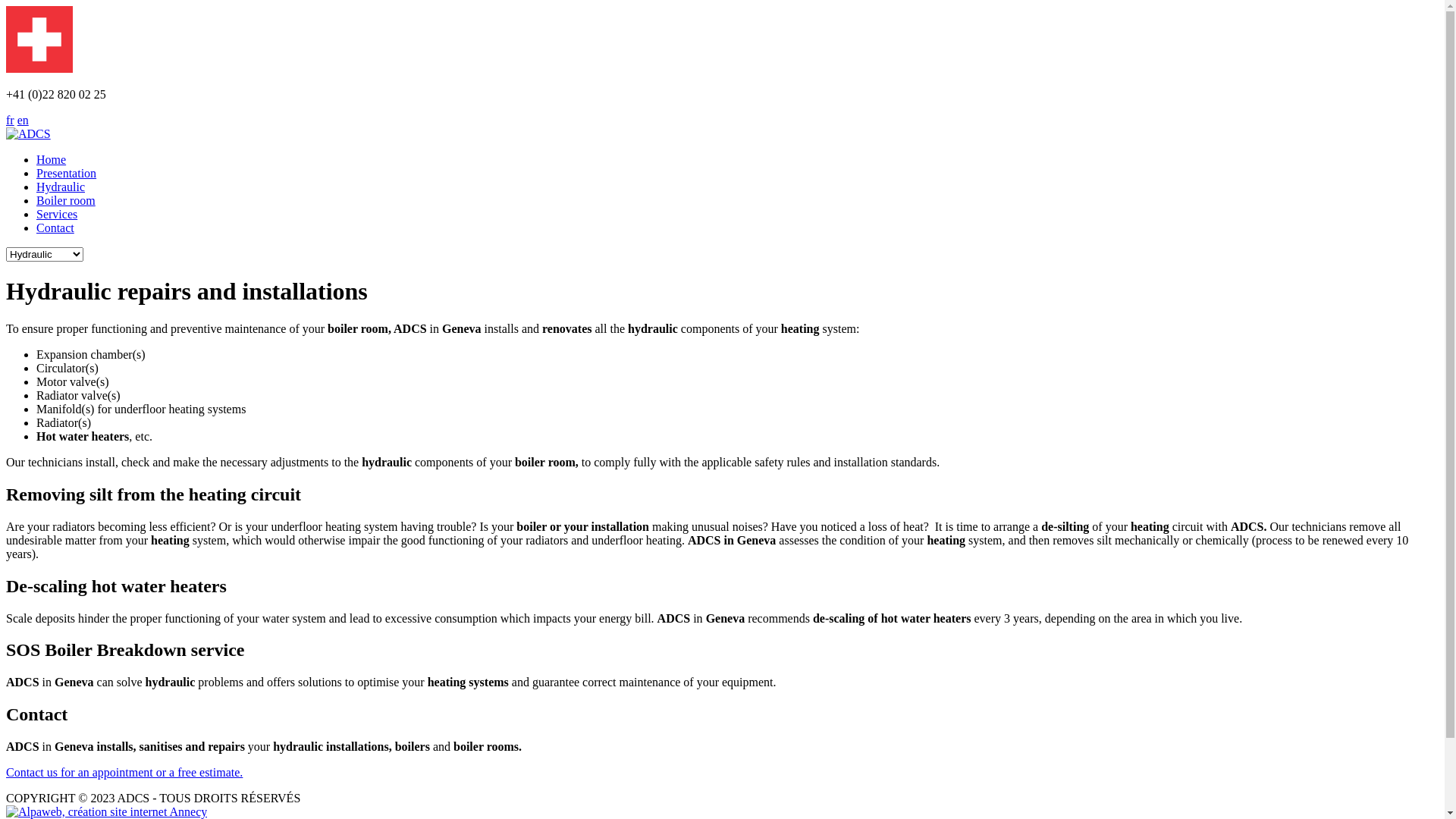  I want to click on 'Boiler room', so click(36, 199).